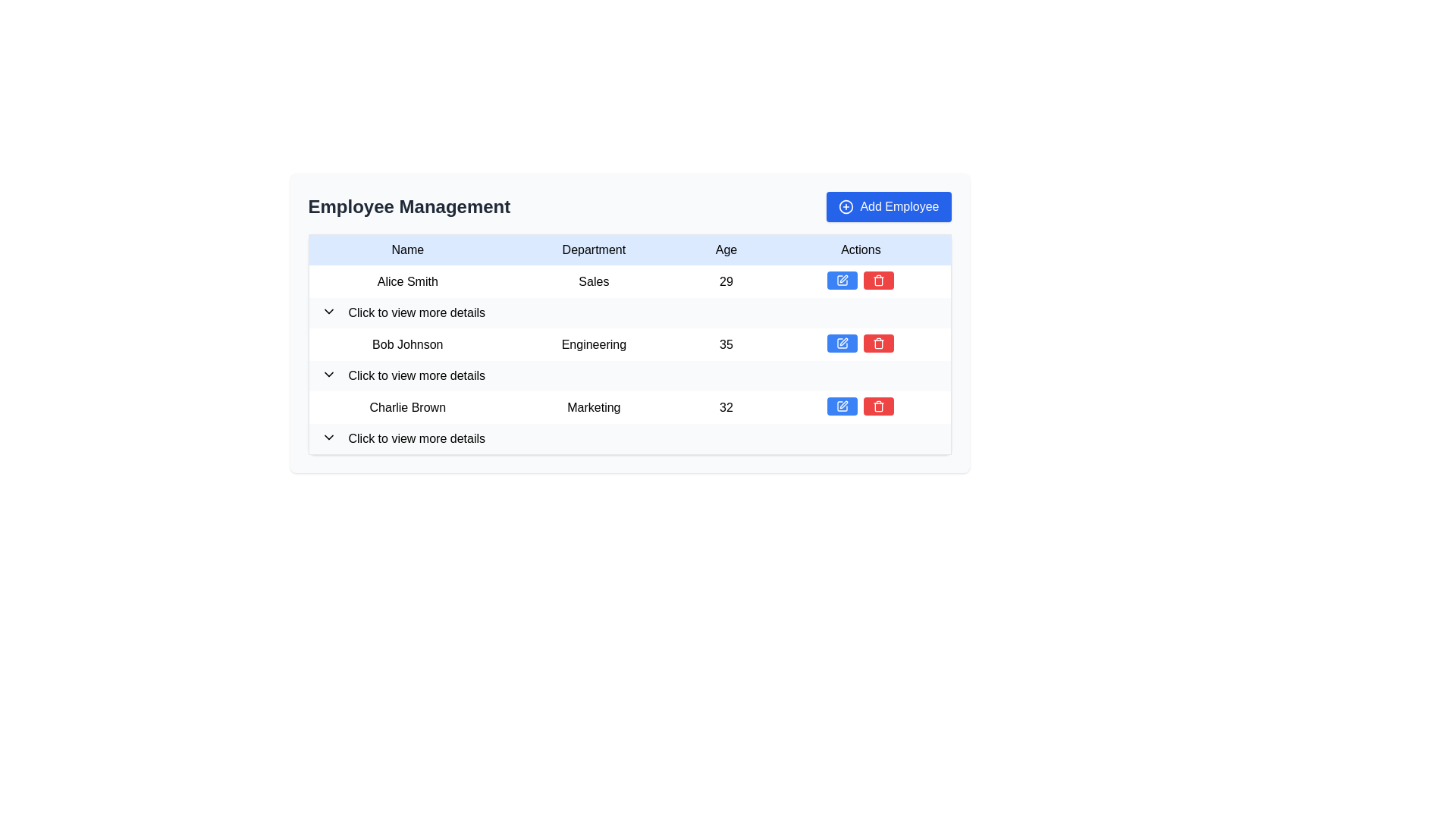 This screenshot has height=819, width=1456. I want to click on the chevron icon on the leftmost side of the row labeled 'Click, so click(328, 438).